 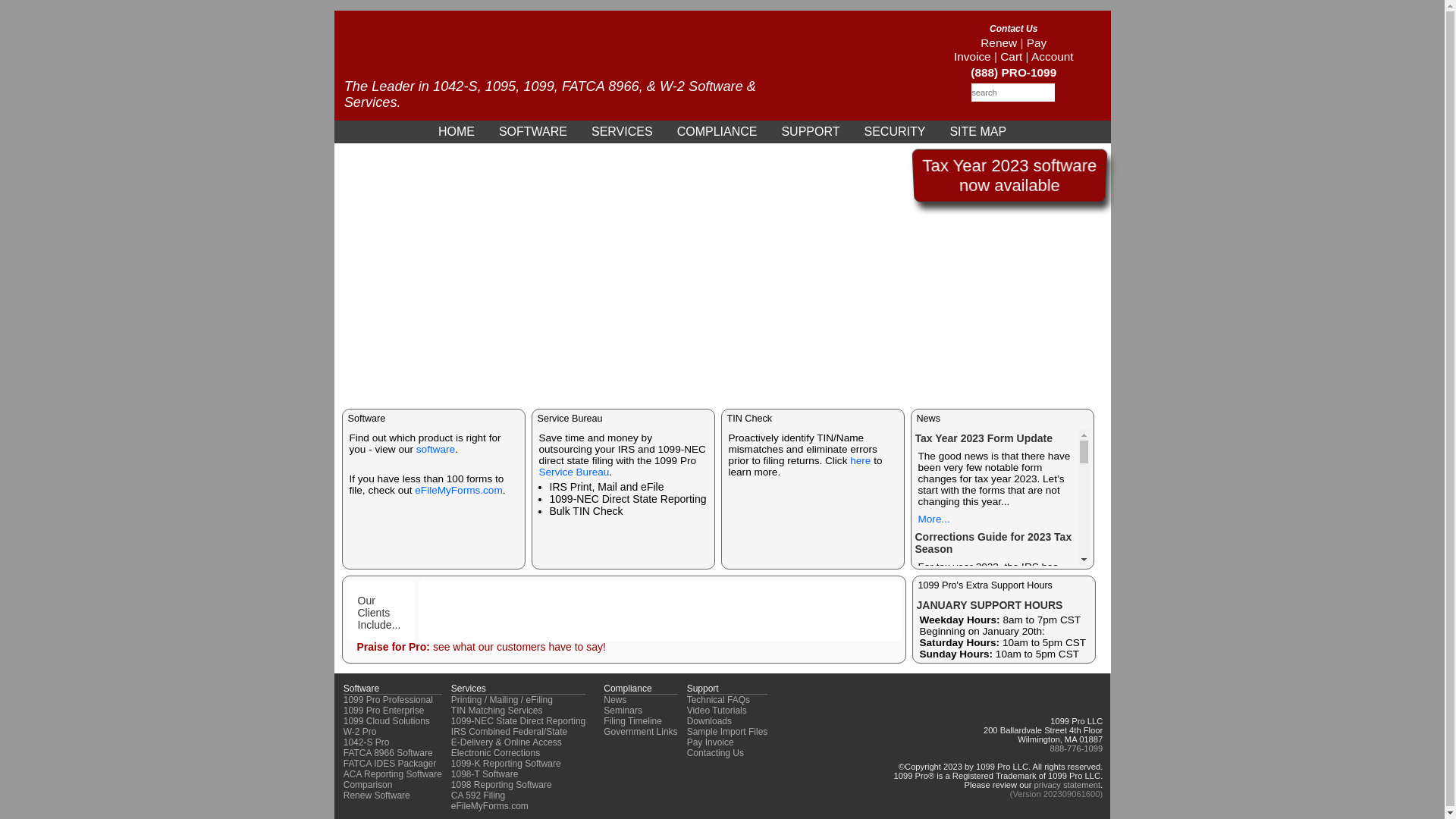 I want to click on 'Seminars', so click(x=623, y=711).